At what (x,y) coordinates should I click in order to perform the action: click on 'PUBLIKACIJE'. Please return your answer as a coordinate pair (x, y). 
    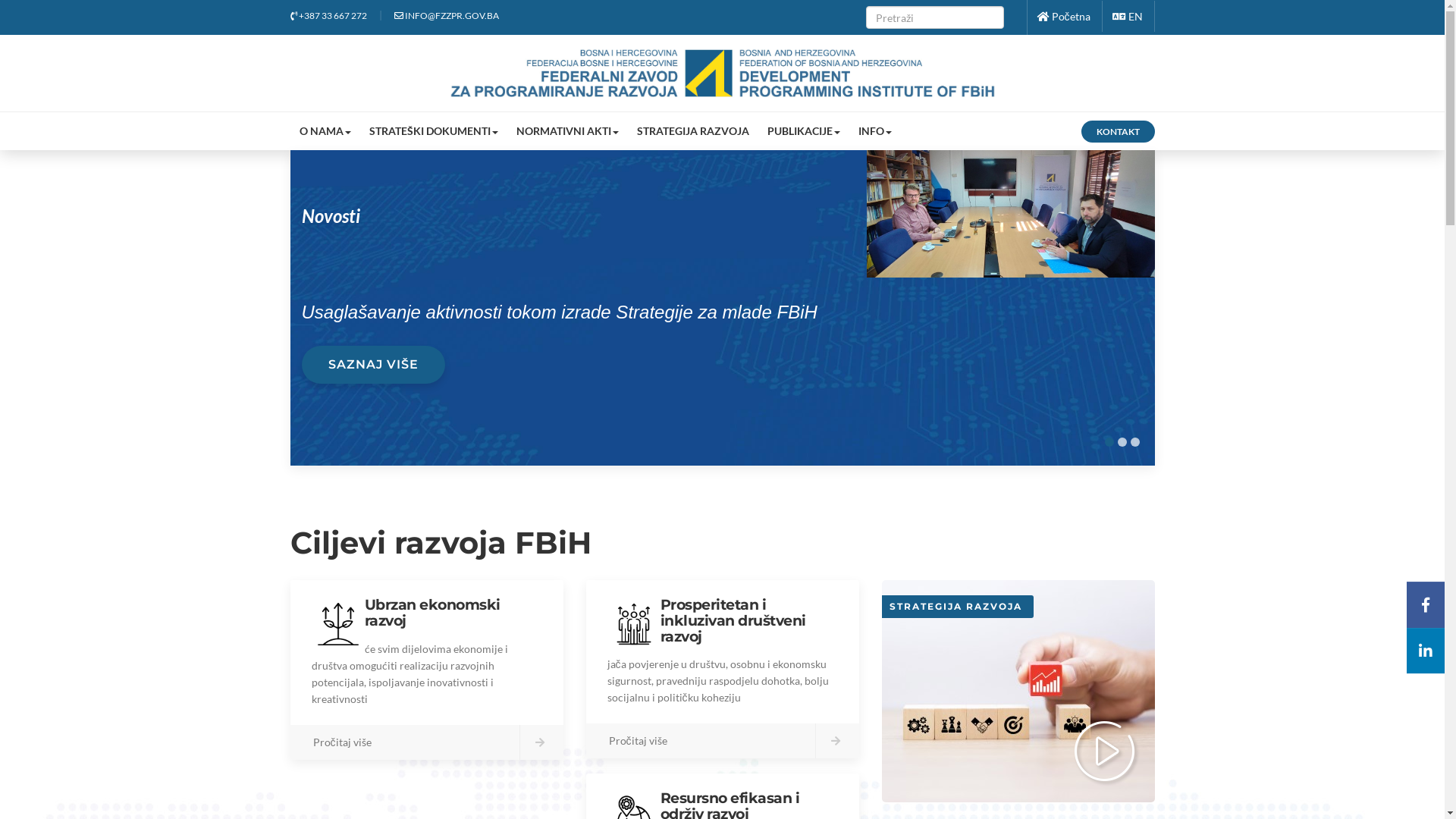
    Looking at the image, I should click on (803, 130).